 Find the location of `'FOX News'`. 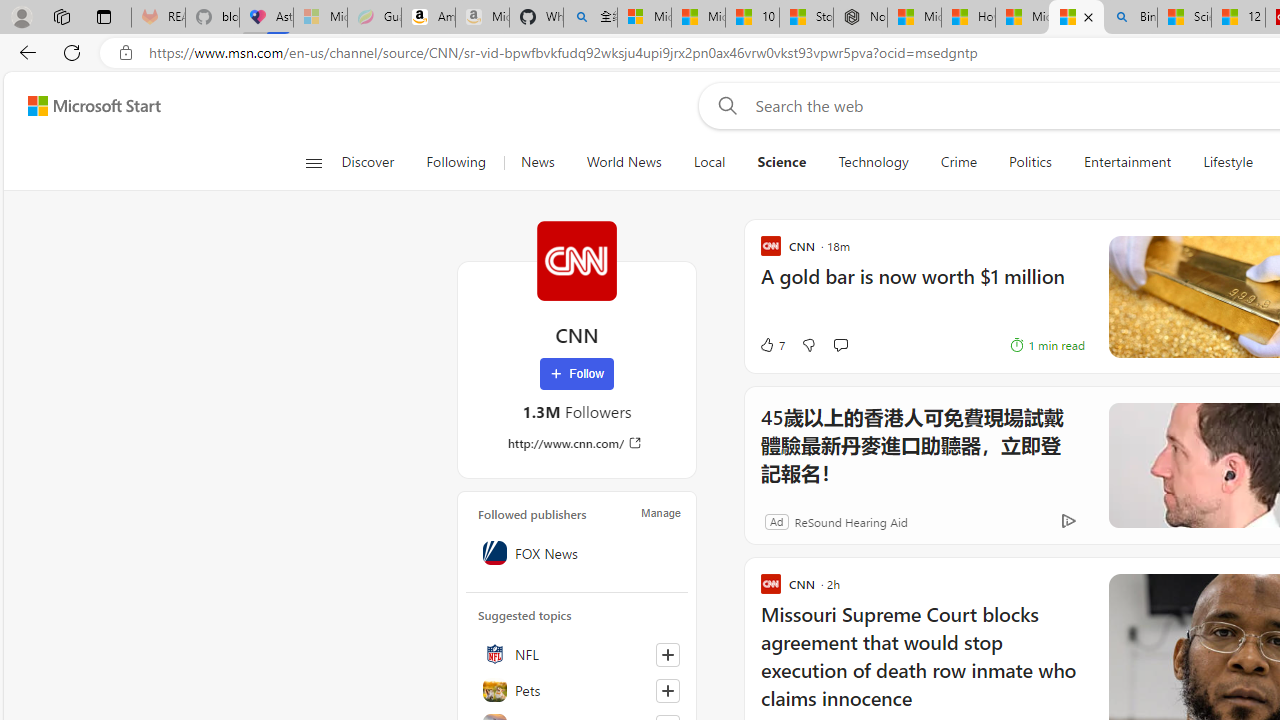

'FOX News' is located at coordinates (576, 552).